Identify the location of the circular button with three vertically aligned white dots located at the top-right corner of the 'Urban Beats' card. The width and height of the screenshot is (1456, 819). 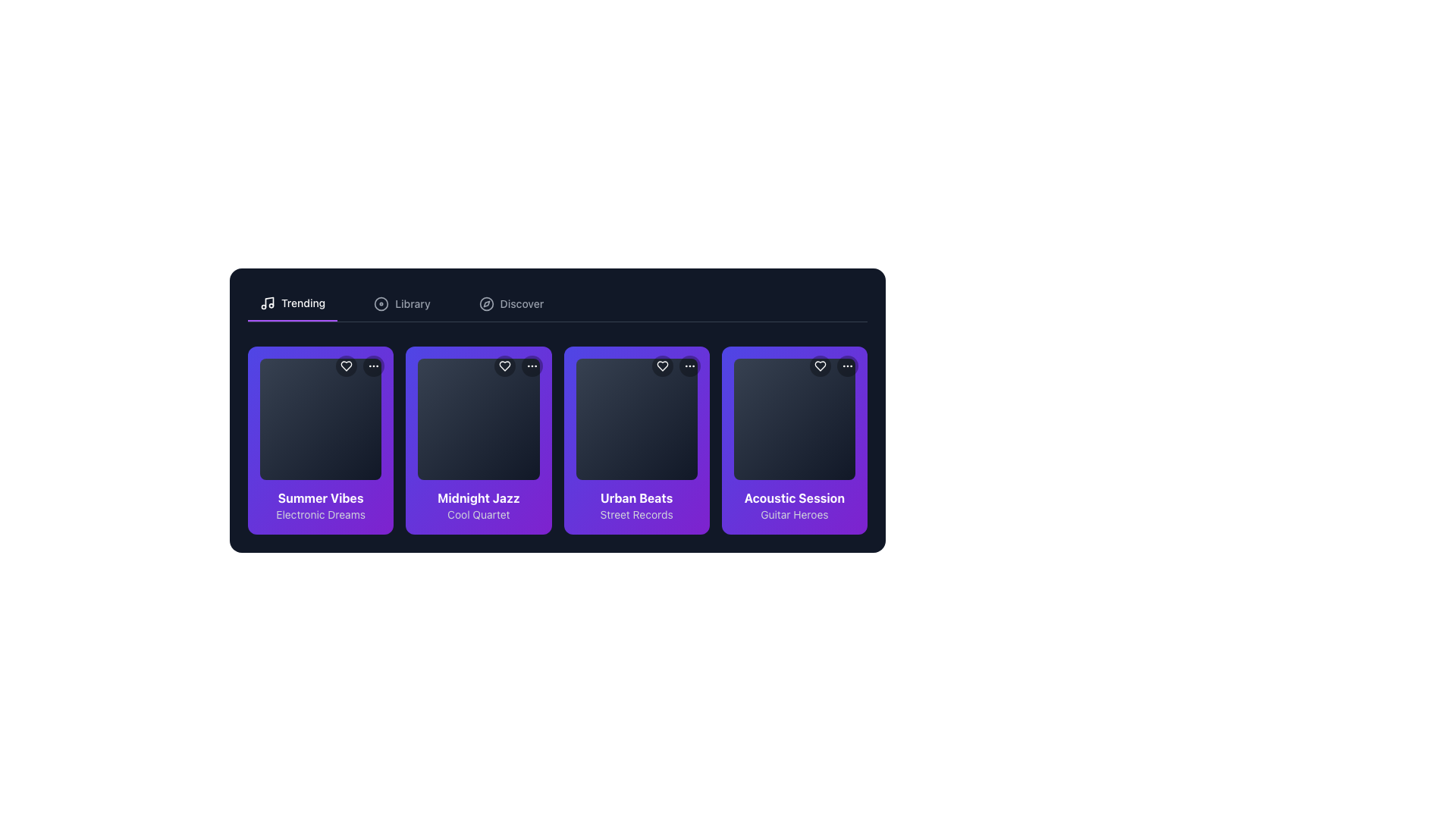
(689, 366).